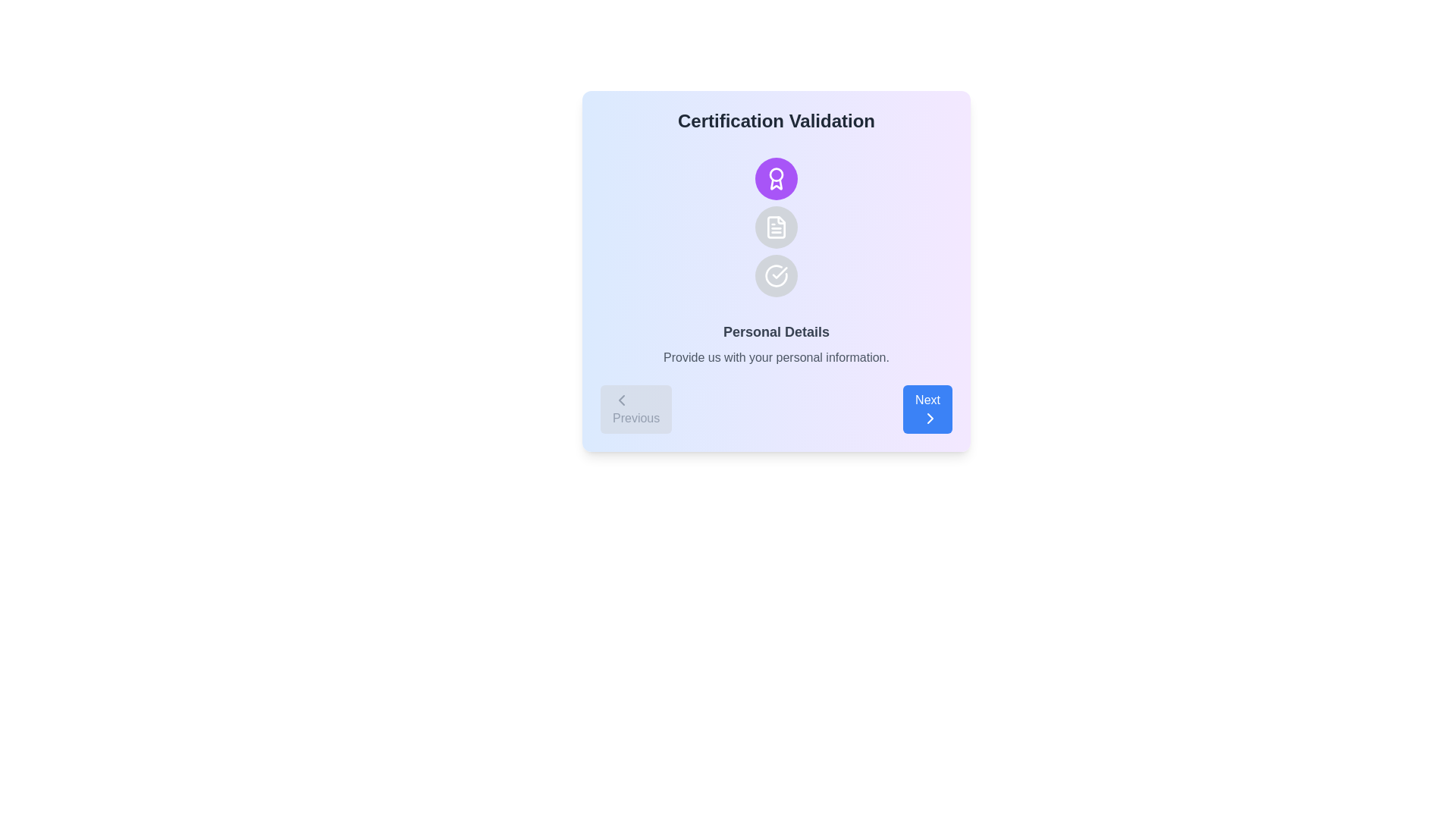 The image size is (1456, 819). Describe the element at coordinates (636, 409) in the screenshot. I see `the 'Previous' button with rounded corners and a soft gray background to change its background color` at that location.